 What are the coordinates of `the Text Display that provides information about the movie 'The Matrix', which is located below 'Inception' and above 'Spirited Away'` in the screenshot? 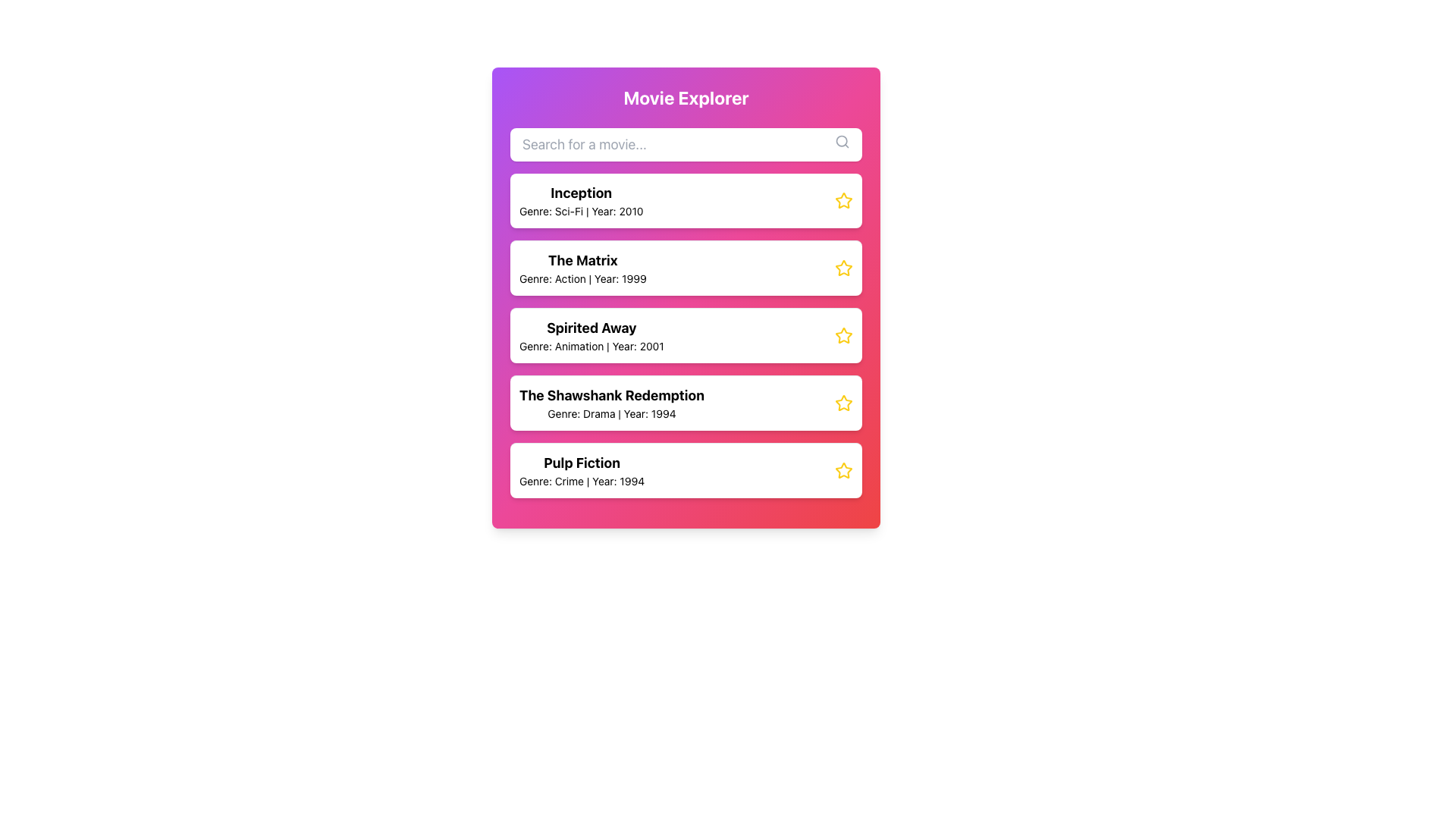 It's located at (582, 268).